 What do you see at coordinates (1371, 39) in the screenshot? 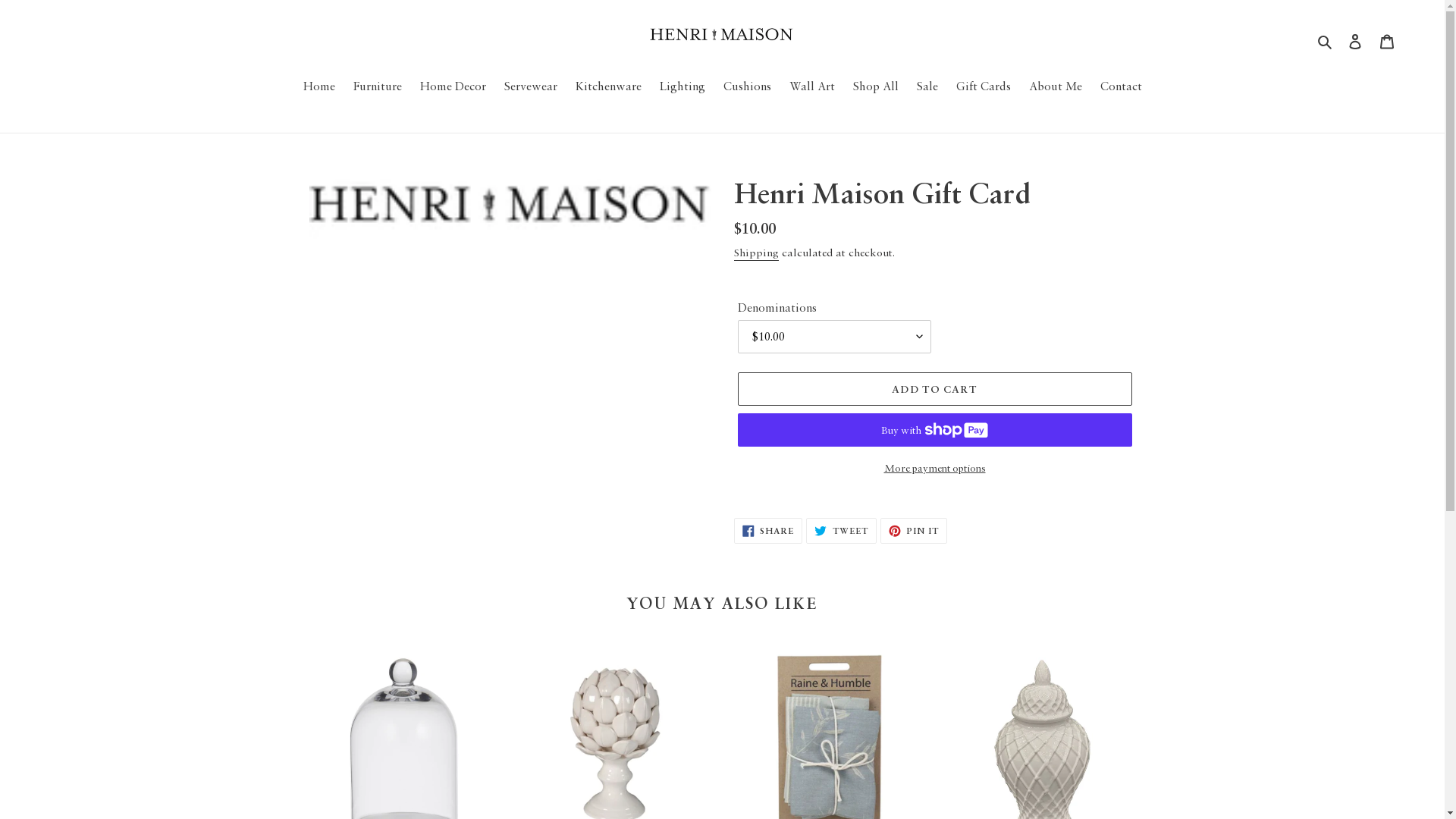
I see `'Cart'` at bounding box center [1371, 39].